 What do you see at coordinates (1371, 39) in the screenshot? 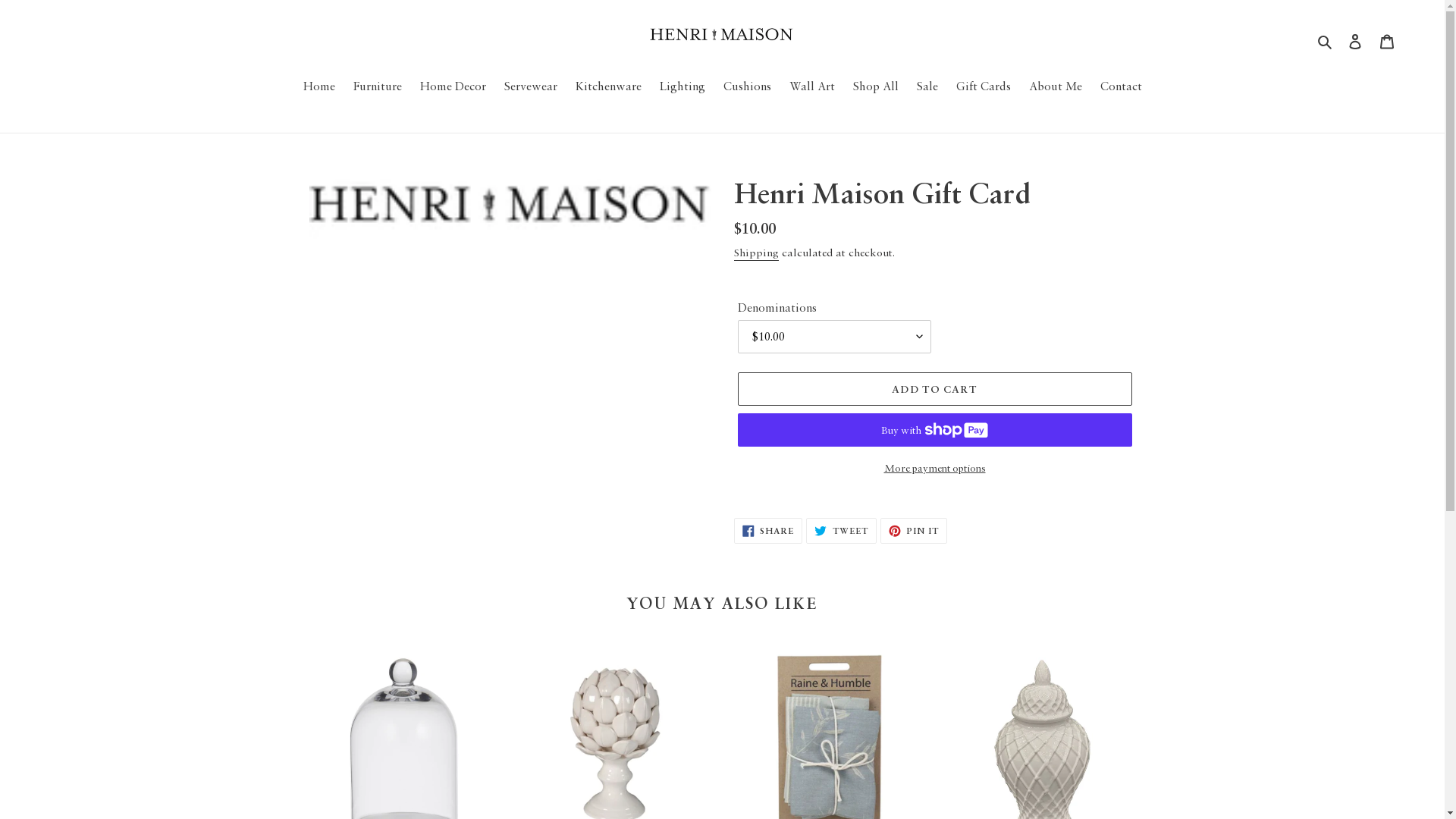
I see `'Cart'` at bounding box center [1371, 39].